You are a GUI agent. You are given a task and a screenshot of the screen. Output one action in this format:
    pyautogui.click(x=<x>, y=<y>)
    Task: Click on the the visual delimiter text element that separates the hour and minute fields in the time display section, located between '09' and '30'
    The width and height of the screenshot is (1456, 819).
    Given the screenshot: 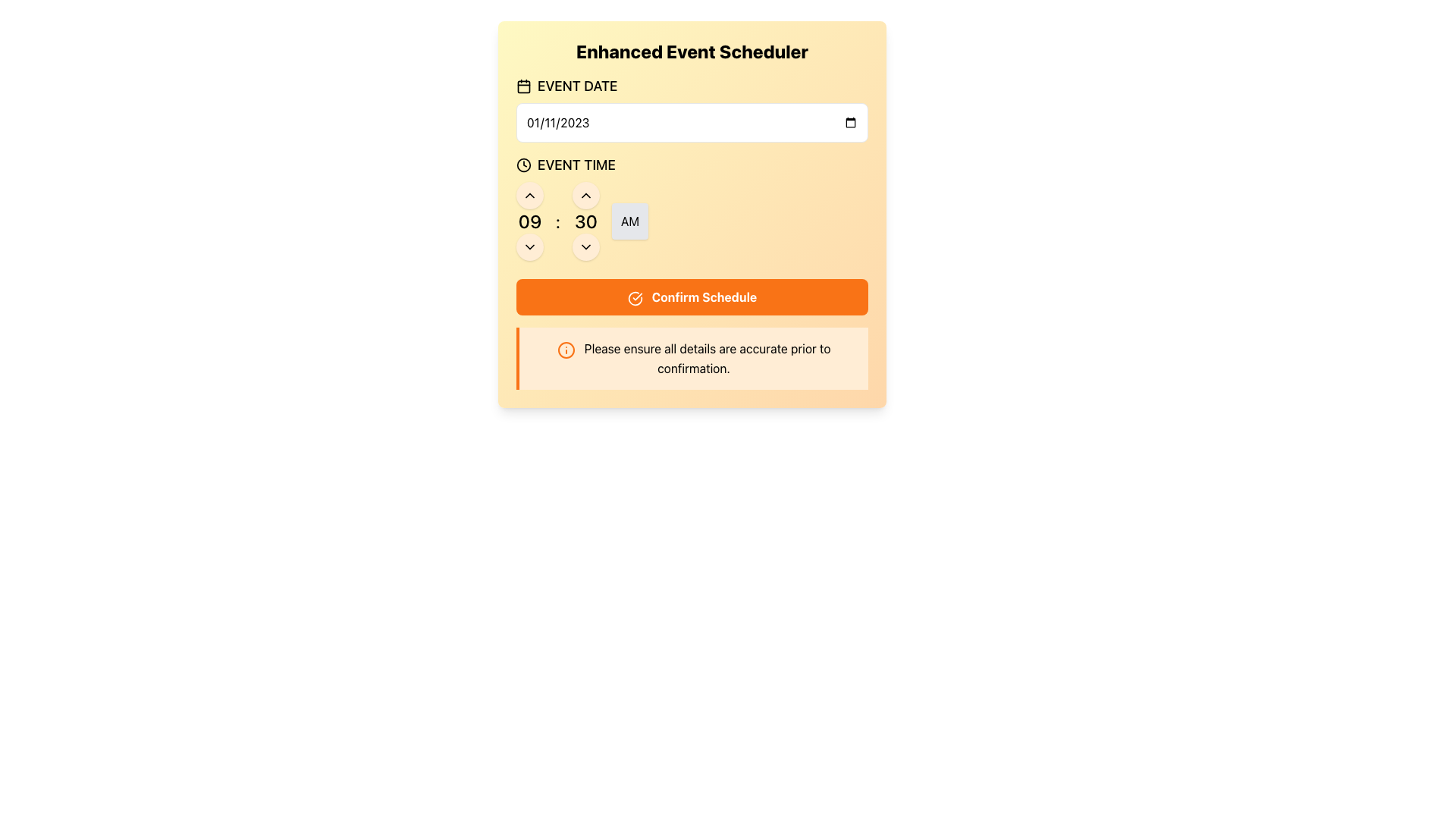 What is the action you would take?
    pyautogui.click(x=557, y=221)
    